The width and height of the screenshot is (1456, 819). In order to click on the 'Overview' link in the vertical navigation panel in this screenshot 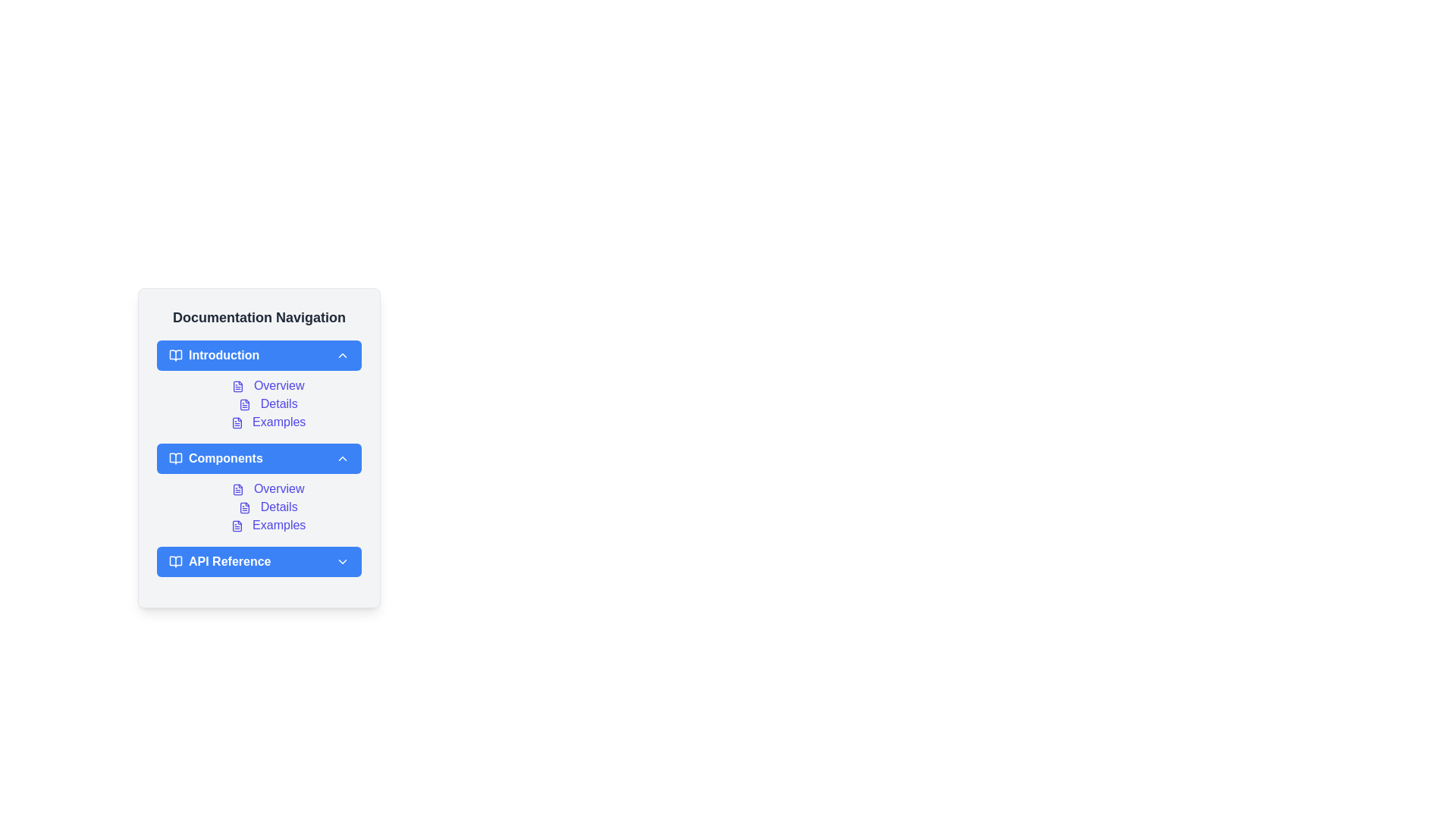, I will do `click(268, 385)`.